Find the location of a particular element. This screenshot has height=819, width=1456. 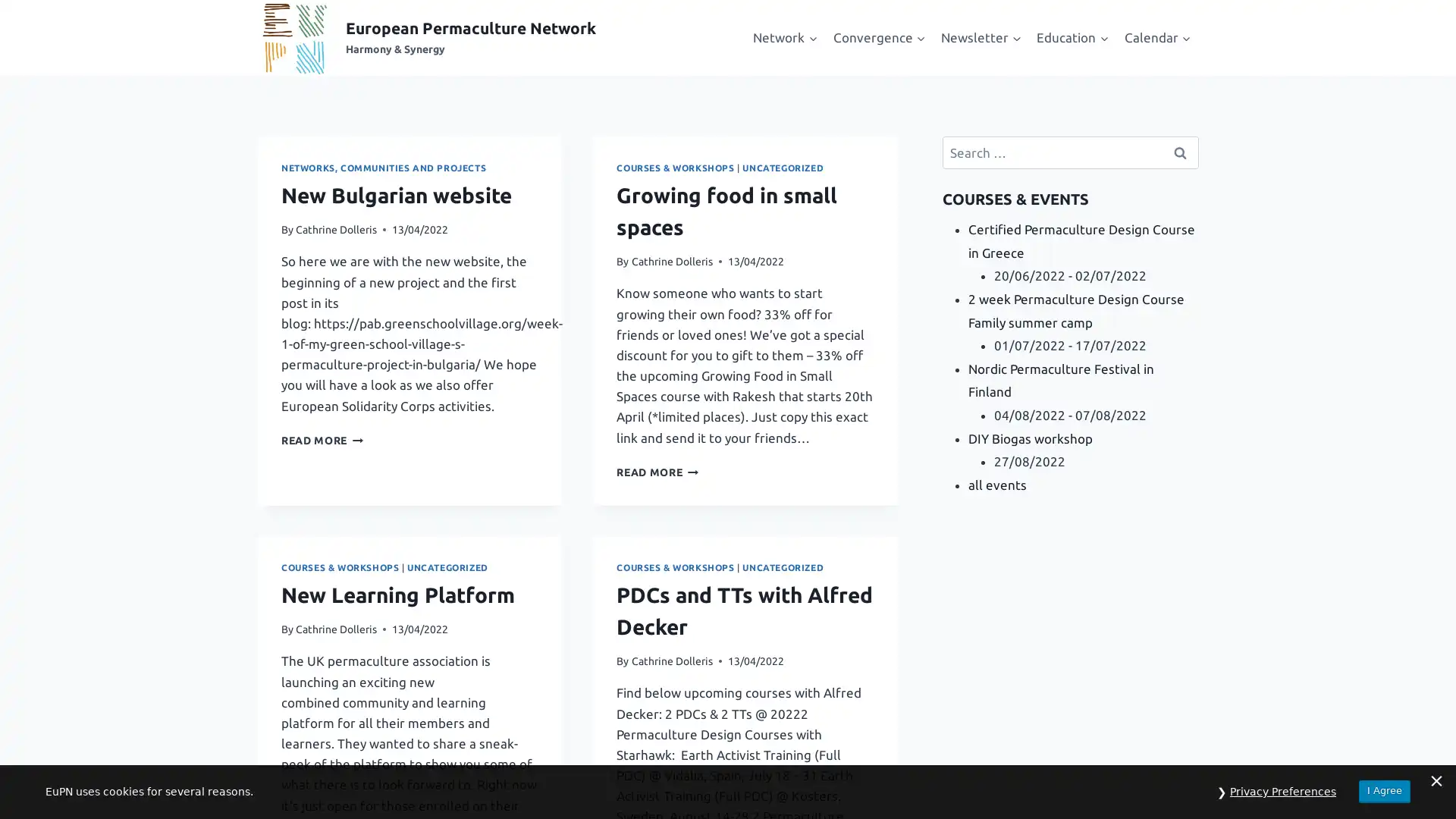

Expand child menu is located at coordinates (878, 36).